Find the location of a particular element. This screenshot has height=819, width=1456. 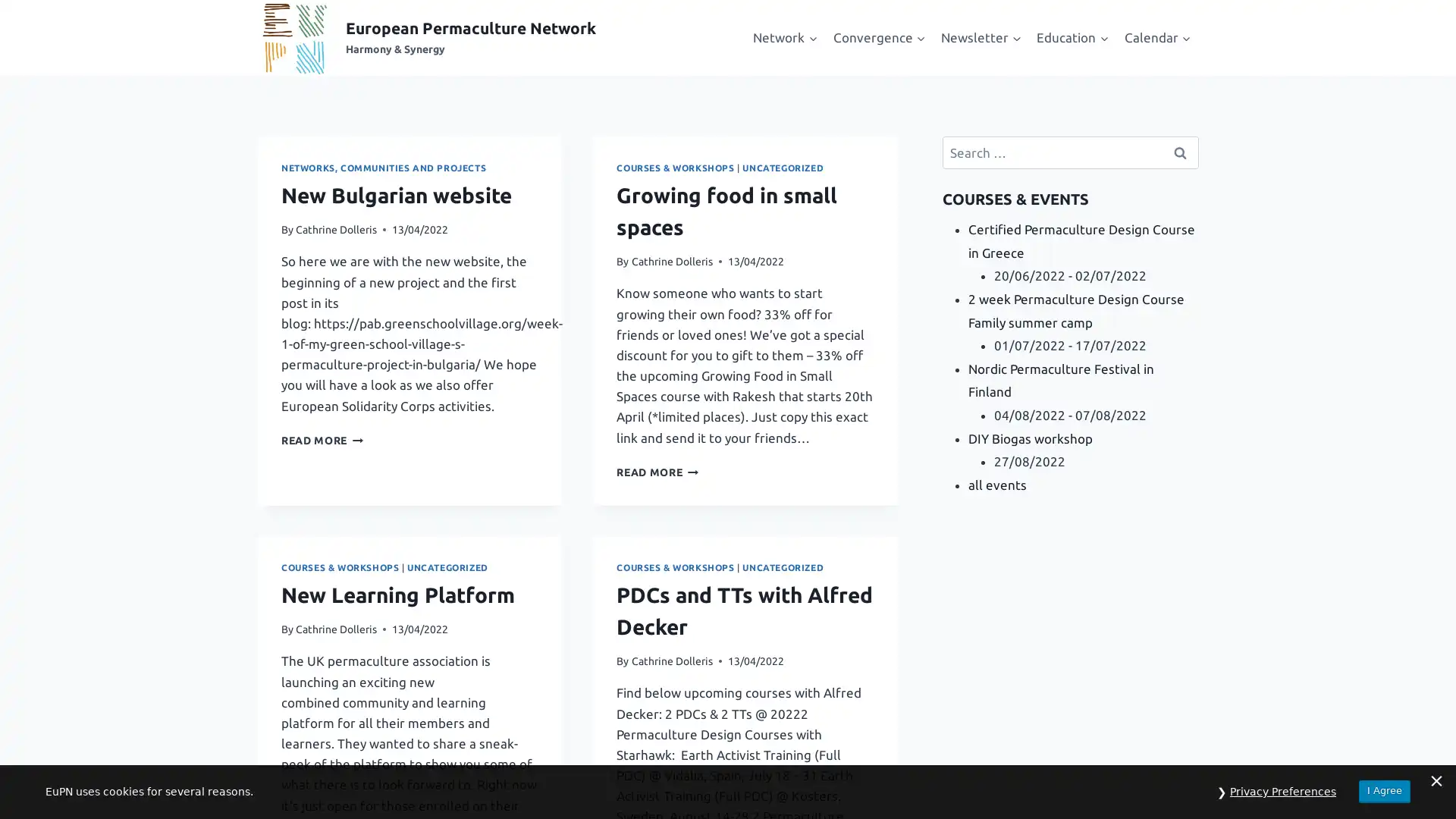

Expand child menu is located at coordinates (878, 36).